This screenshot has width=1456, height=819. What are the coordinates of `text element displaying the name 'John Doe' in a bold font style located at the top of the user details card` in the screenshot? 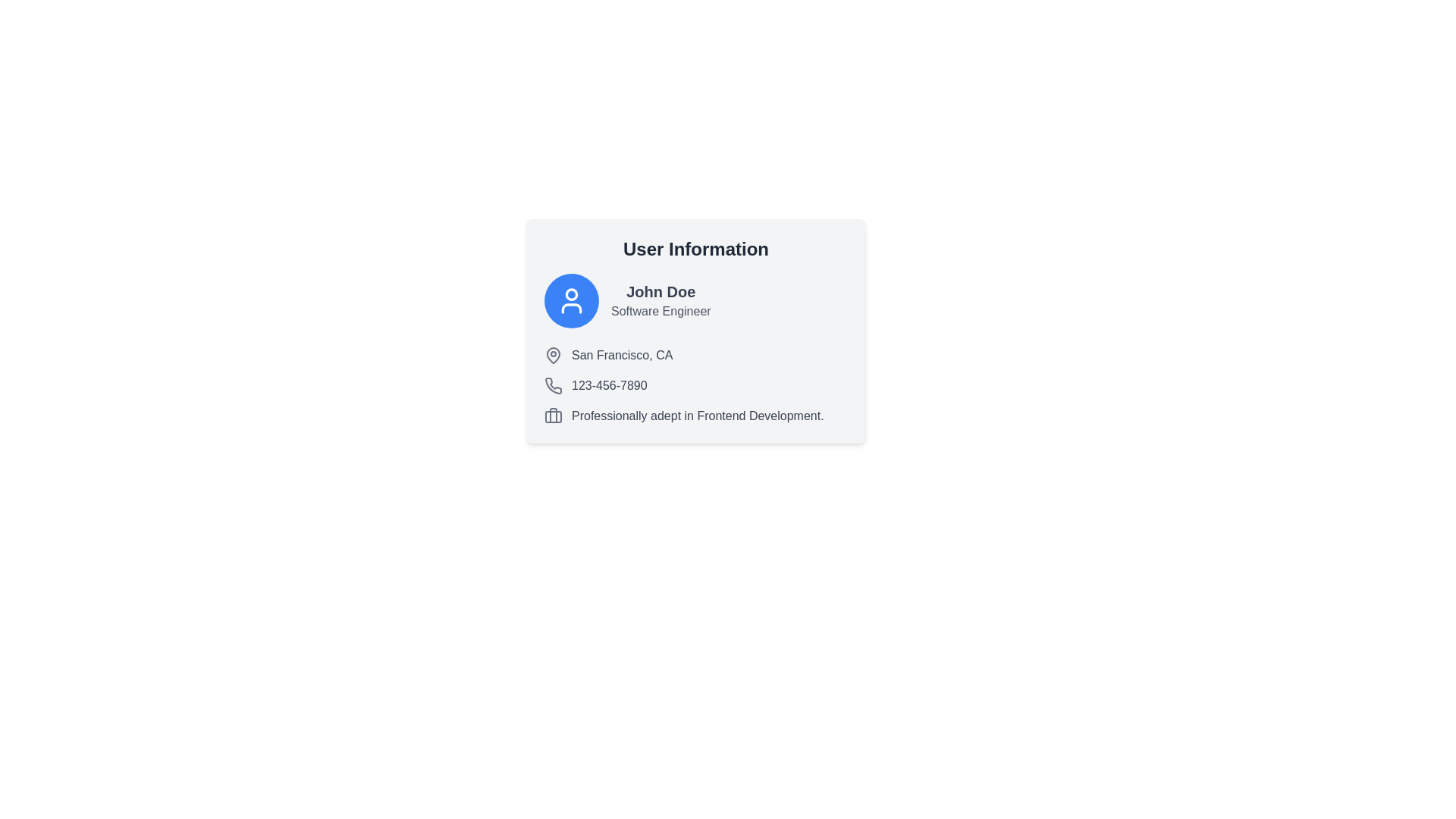 It's located at (661, 292).